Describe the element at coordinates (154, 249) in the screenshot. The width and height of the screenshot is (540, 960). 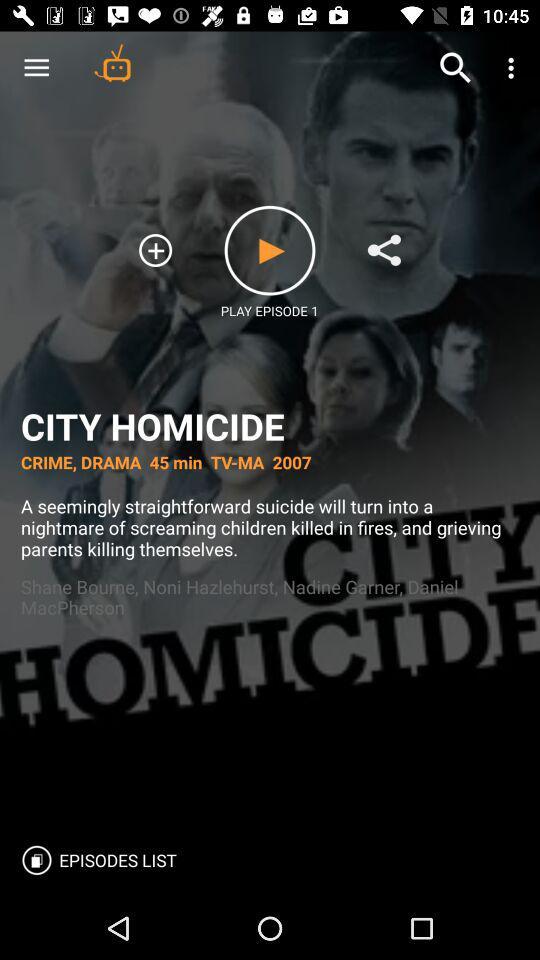
I see `shows the add option` at that location.